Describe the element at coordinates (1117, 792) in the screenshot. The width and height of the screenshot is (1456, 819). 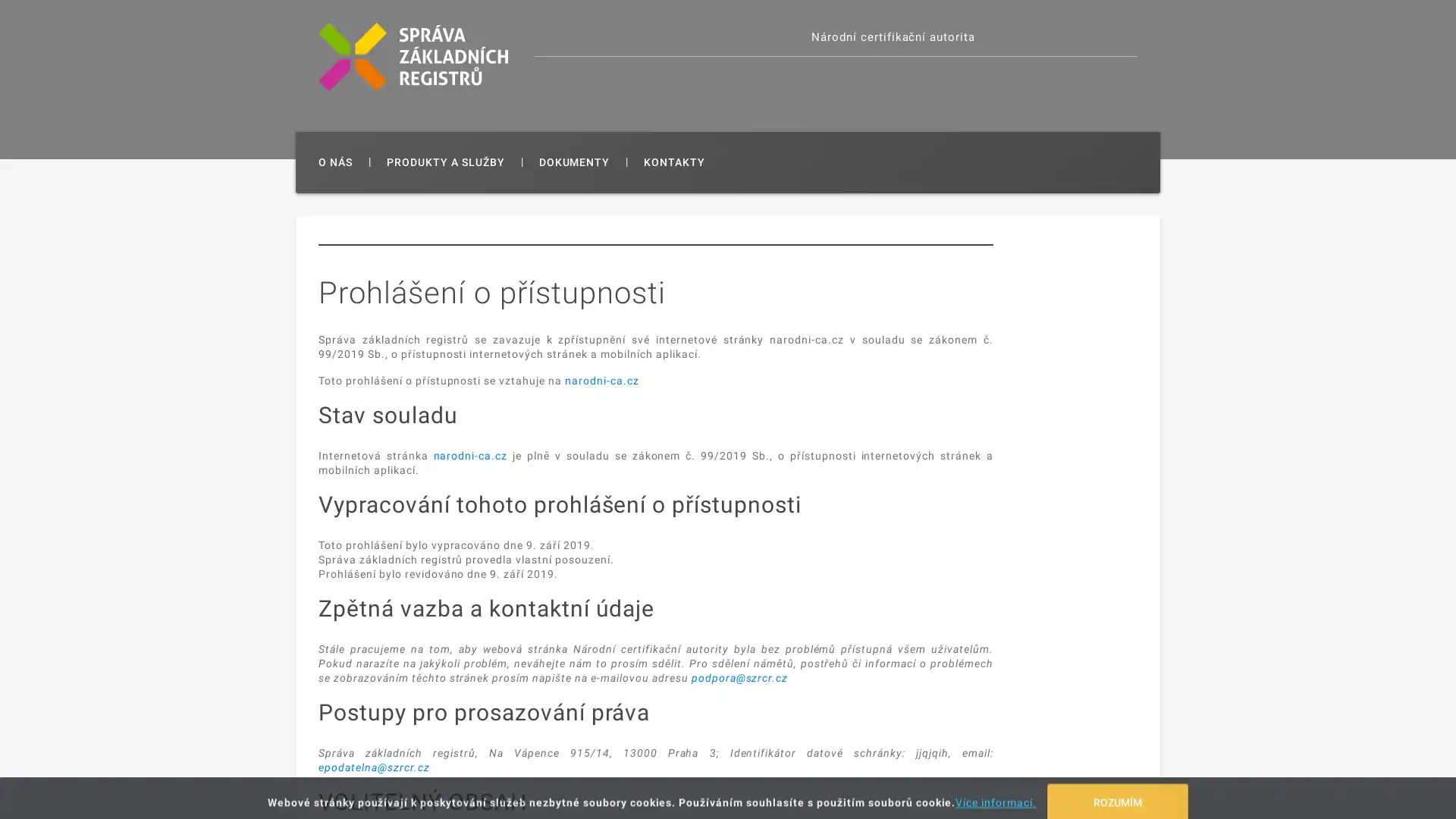
I see `ROZUMIM` at that location.